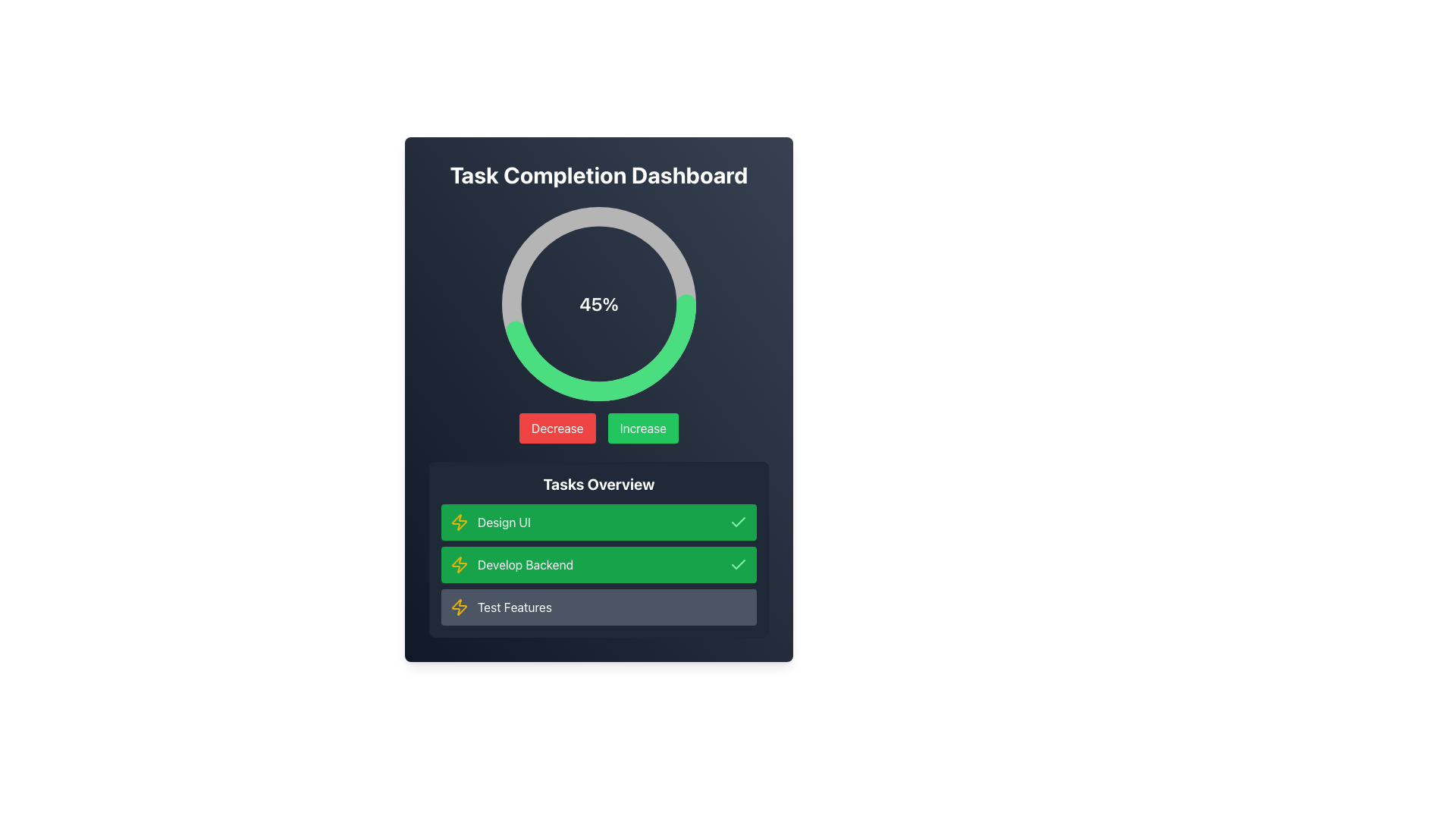 Image resolution: width=1456 pixels, height=819 pixels. Describe the element at coordinates (598, 522) in the screenshot. I see `the first task item in the 'Tasks Overview' section` at that location.